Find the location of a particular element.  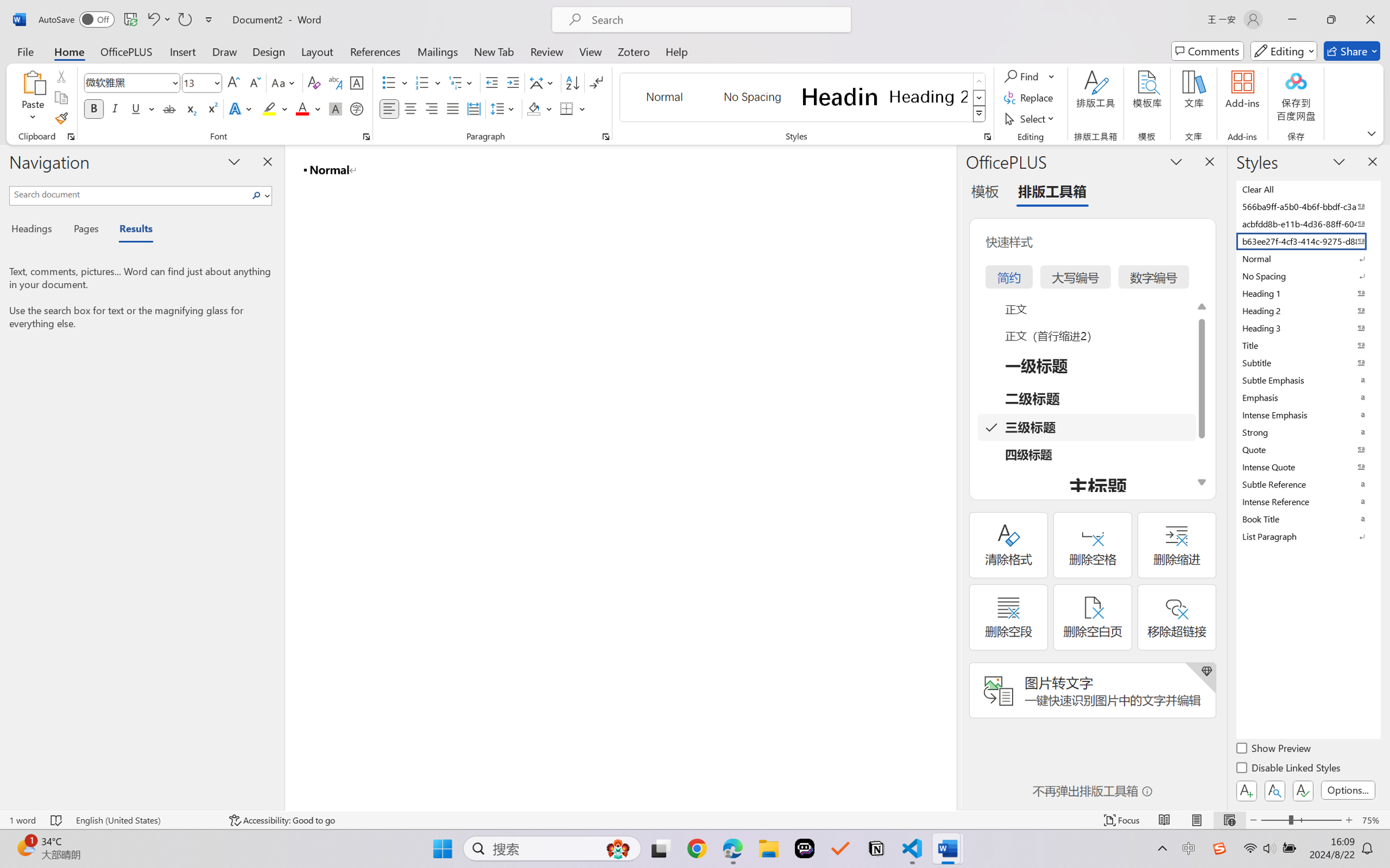

'Text Highlight Color' is located at coordinates (274, 108).